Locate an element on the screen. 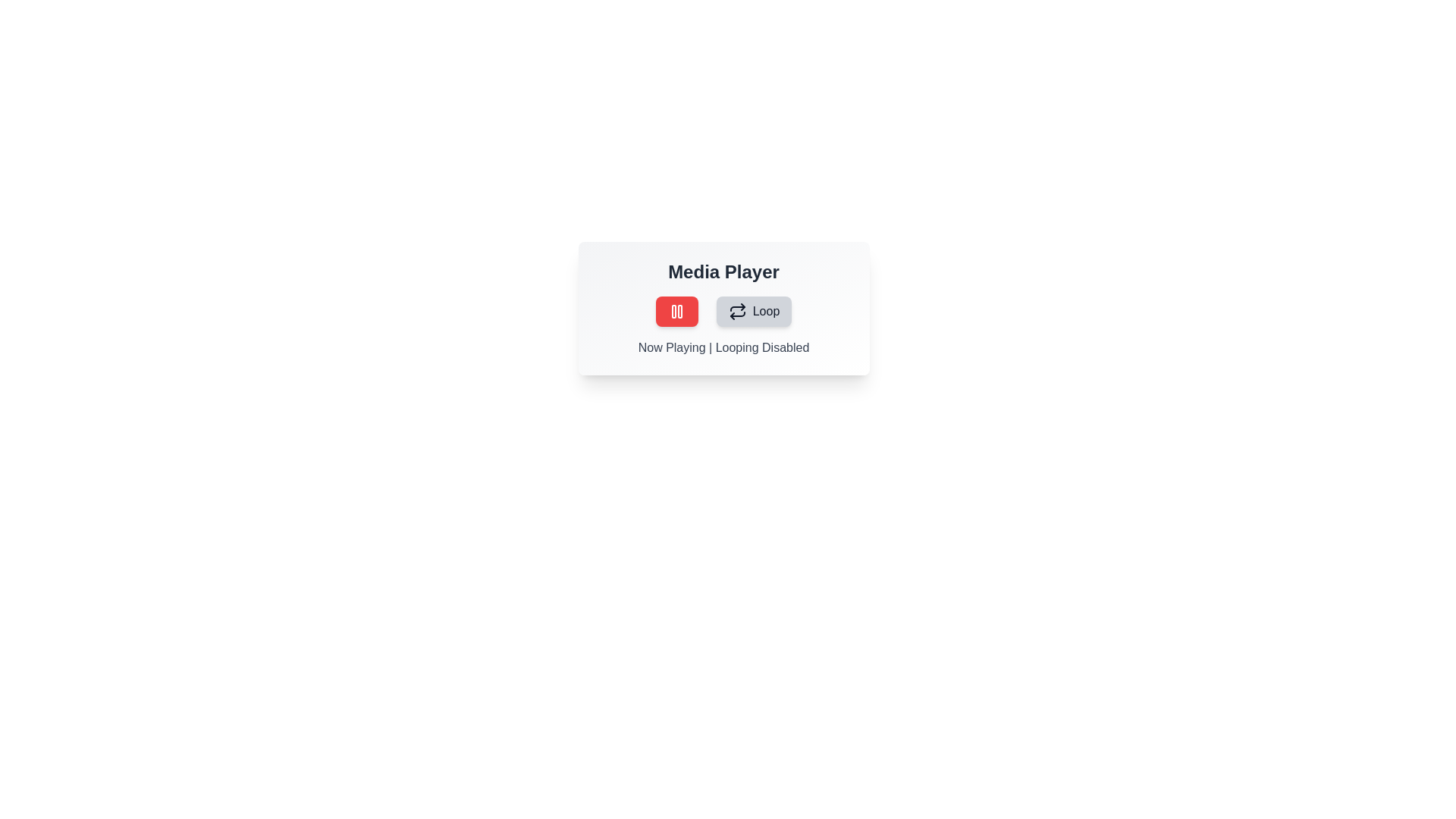 The image size is (1456, 819). the loop button to toggle looping is located at coordinates (754, 311).